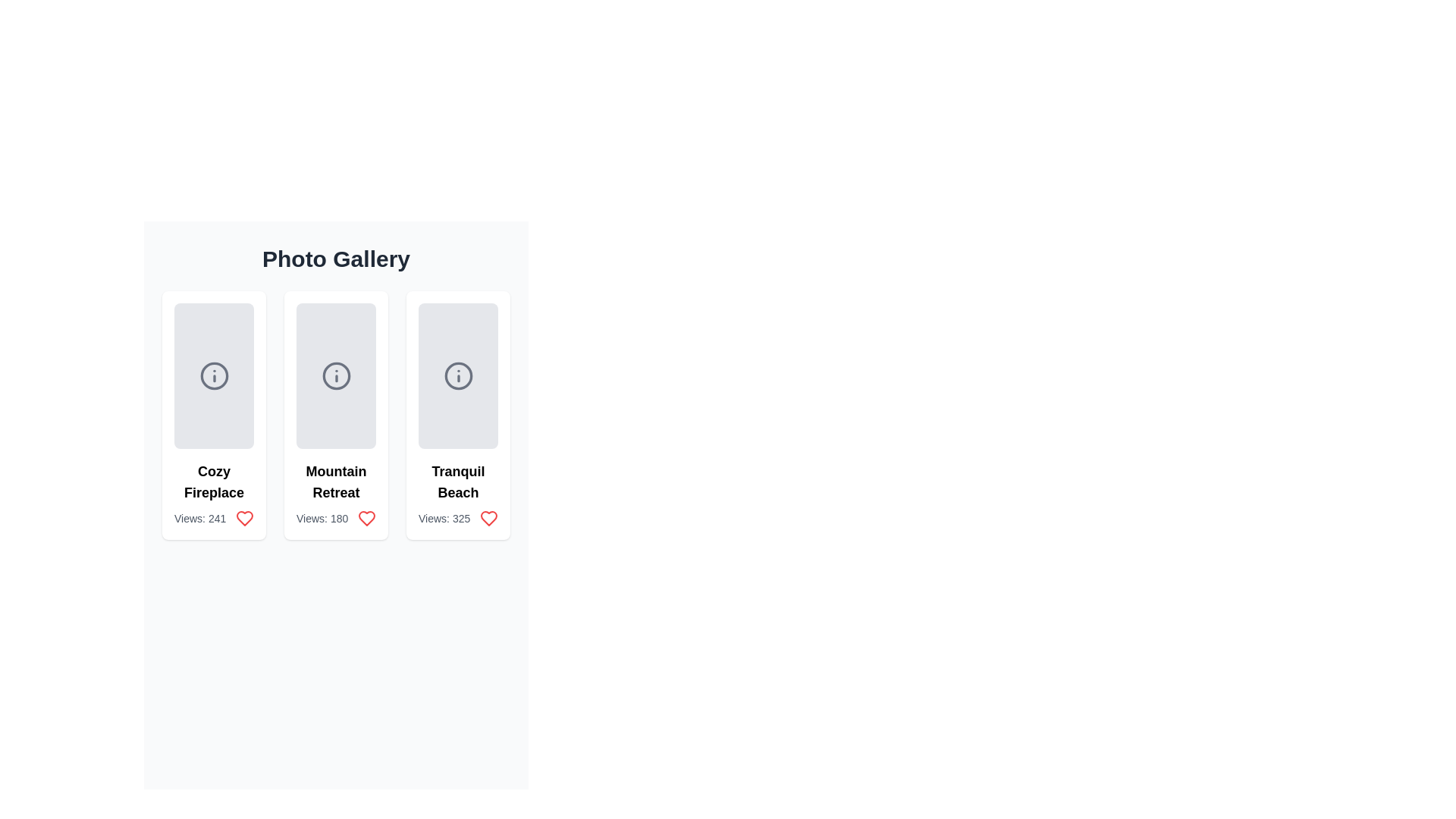 The height and width of the screenshot is (819, 1456). Describe the element at coordinates (488, 517) in the screenshot. I see `the heart-shaped Favorite icon` at that location.